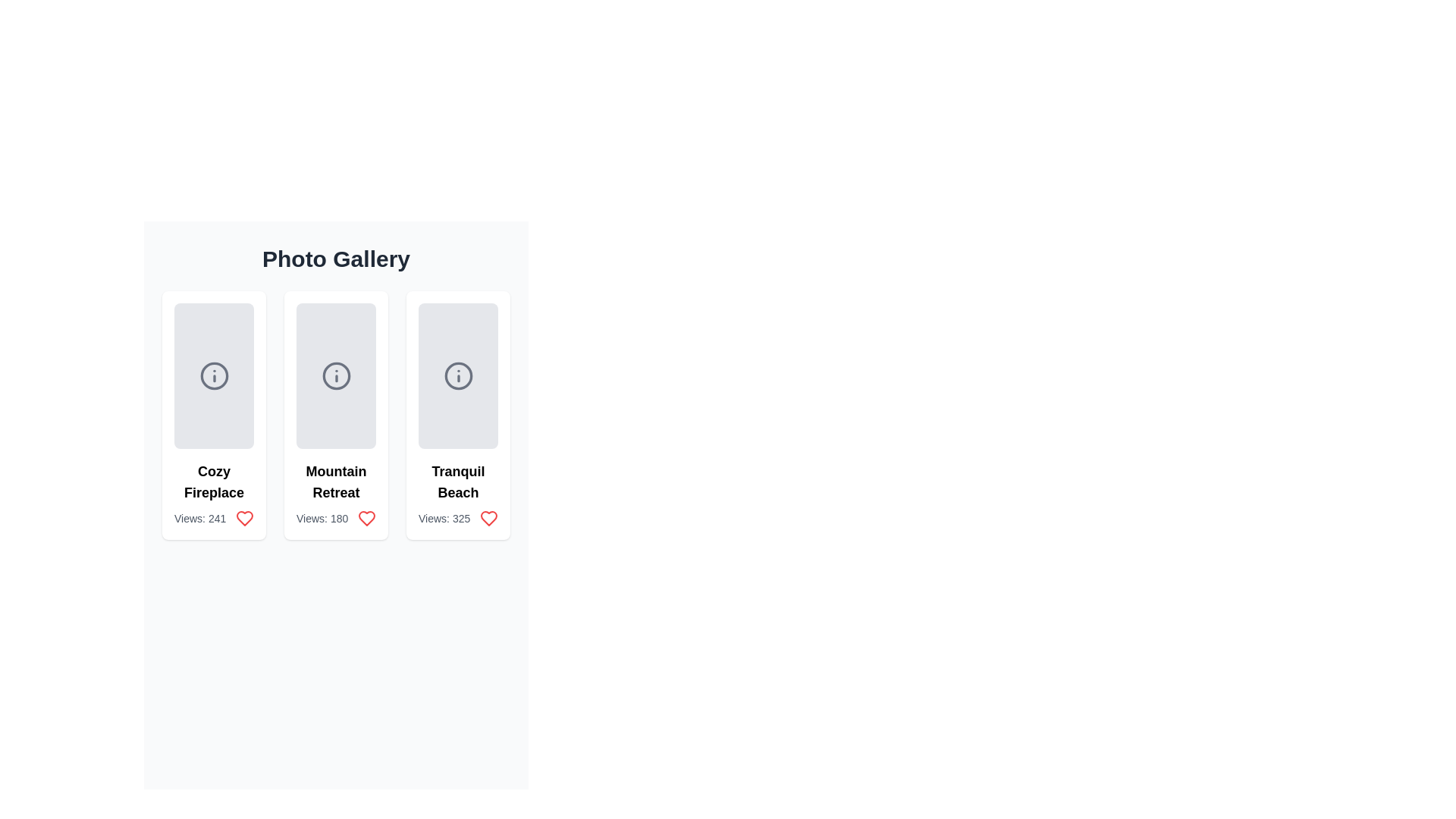 The height and width of the screenshot is (819, 1456). Describe the element at coordinates (488, 517) in the screenshot. I see `the heart-shaped Favorite icon` at that location.